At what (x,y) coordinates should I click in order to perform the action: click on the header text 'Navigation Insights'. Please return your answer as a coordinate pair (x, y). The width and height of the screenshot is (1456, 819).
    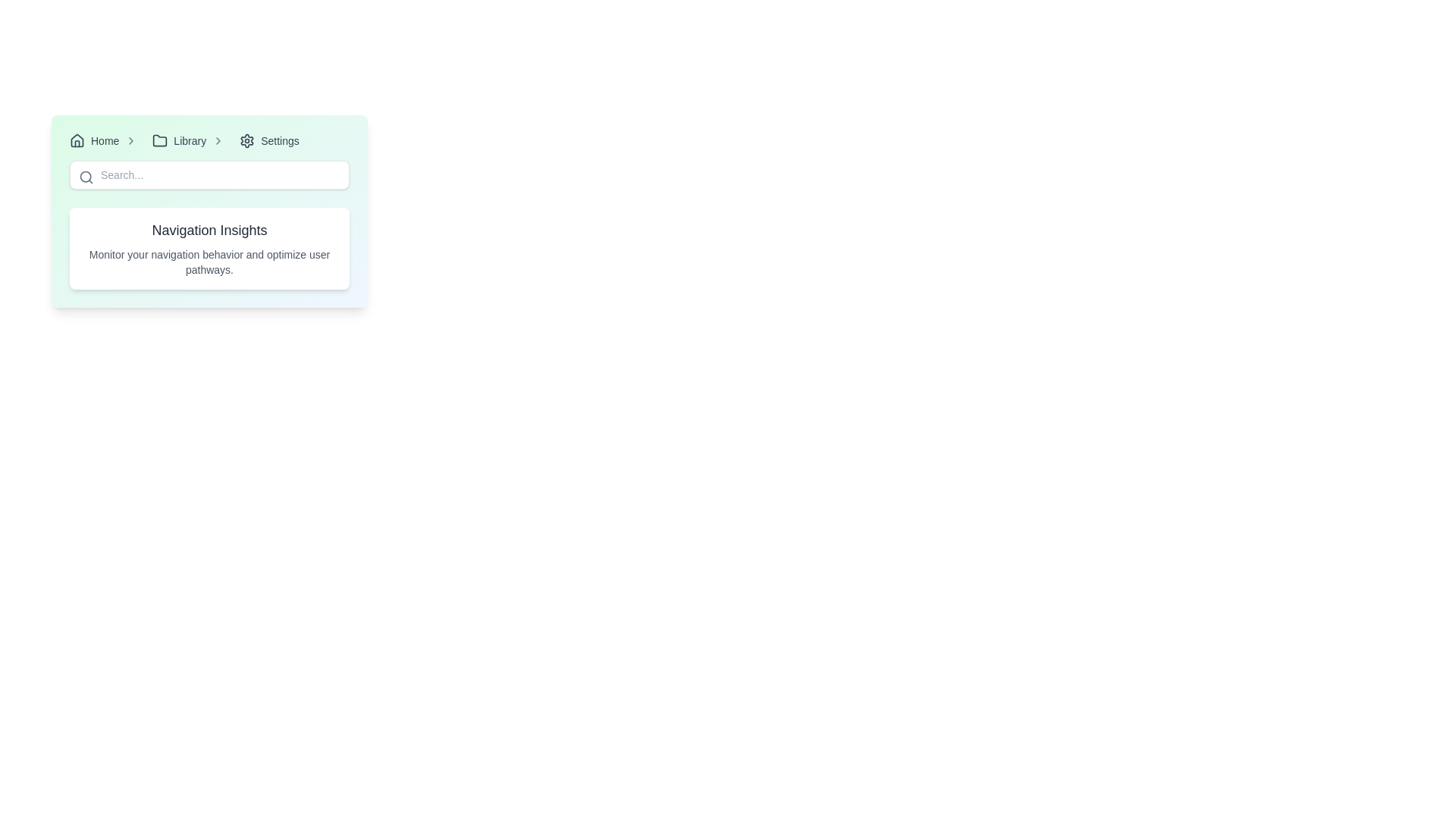
    Looking at the image, I should click on (209, 231).